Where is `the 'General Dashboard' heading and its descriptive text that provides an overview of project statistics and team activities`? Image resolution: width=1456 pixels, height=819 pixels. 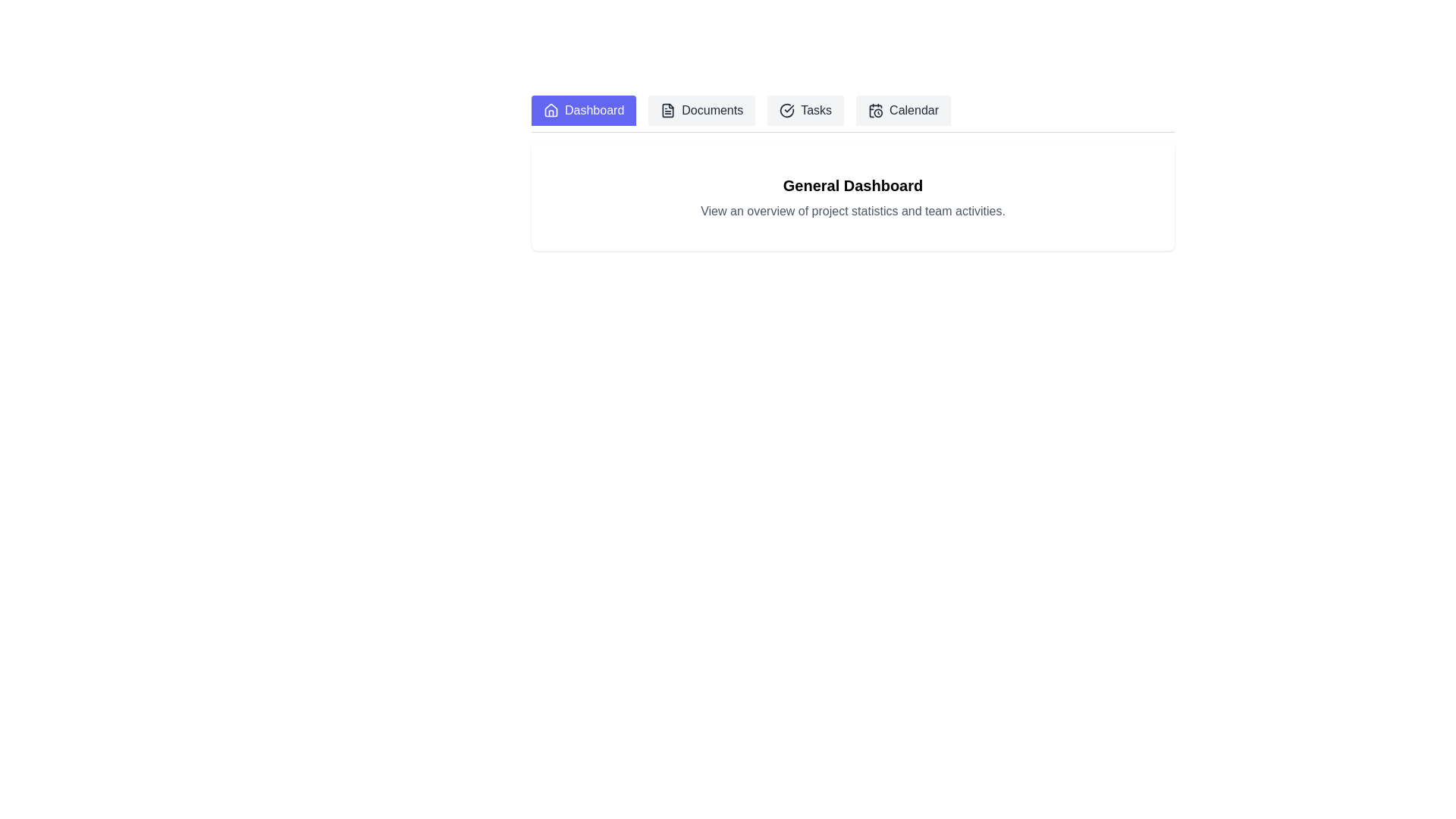 the 'General Dashboard' heading and its descriptive text that provides an overview of project statistics and team activities is located at coordinates (852, 197).